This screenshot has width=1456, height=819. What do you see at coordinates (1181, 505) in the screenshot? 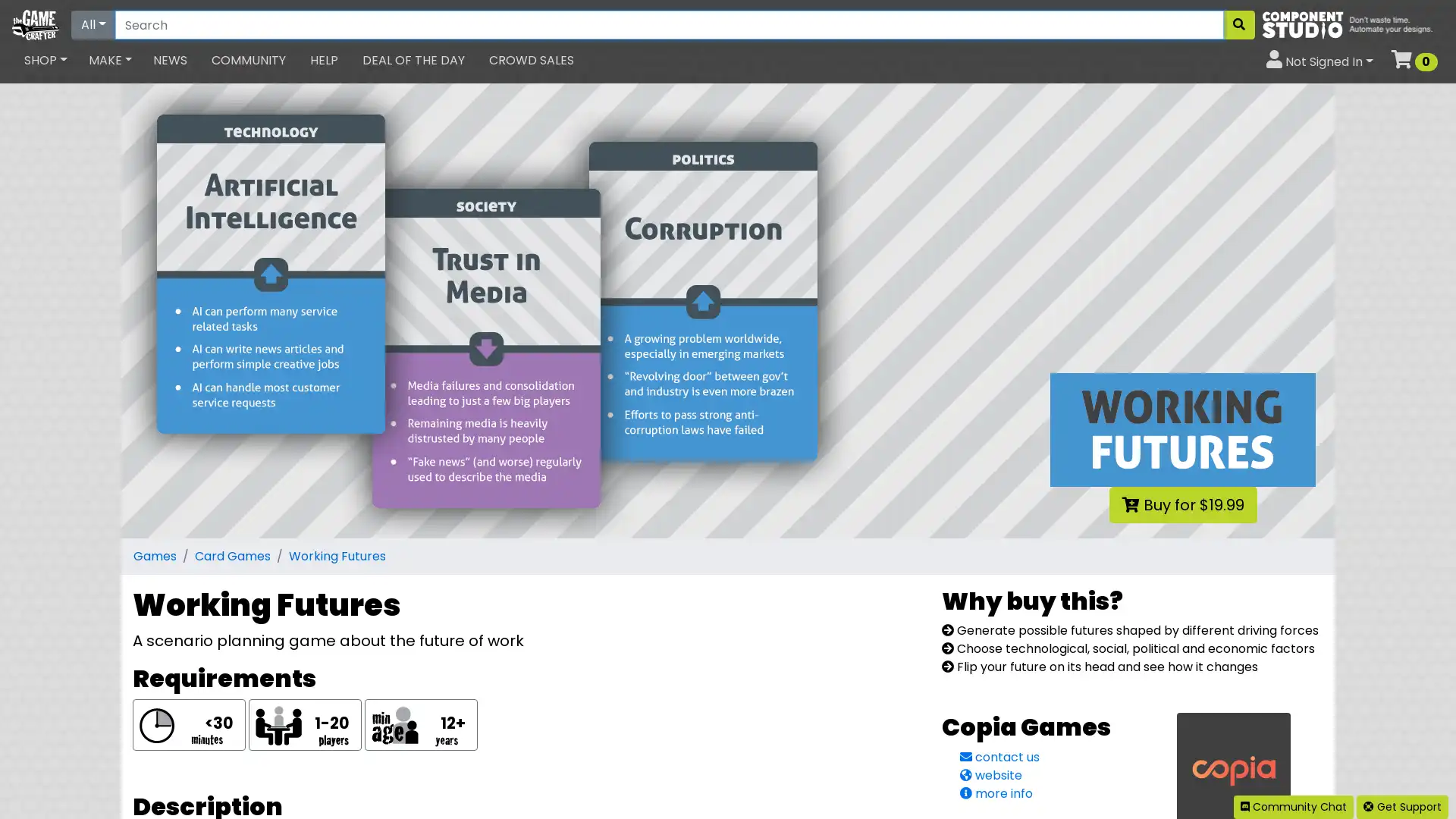
I see `Buy for $19.99` at bounding box center [1181, 505].